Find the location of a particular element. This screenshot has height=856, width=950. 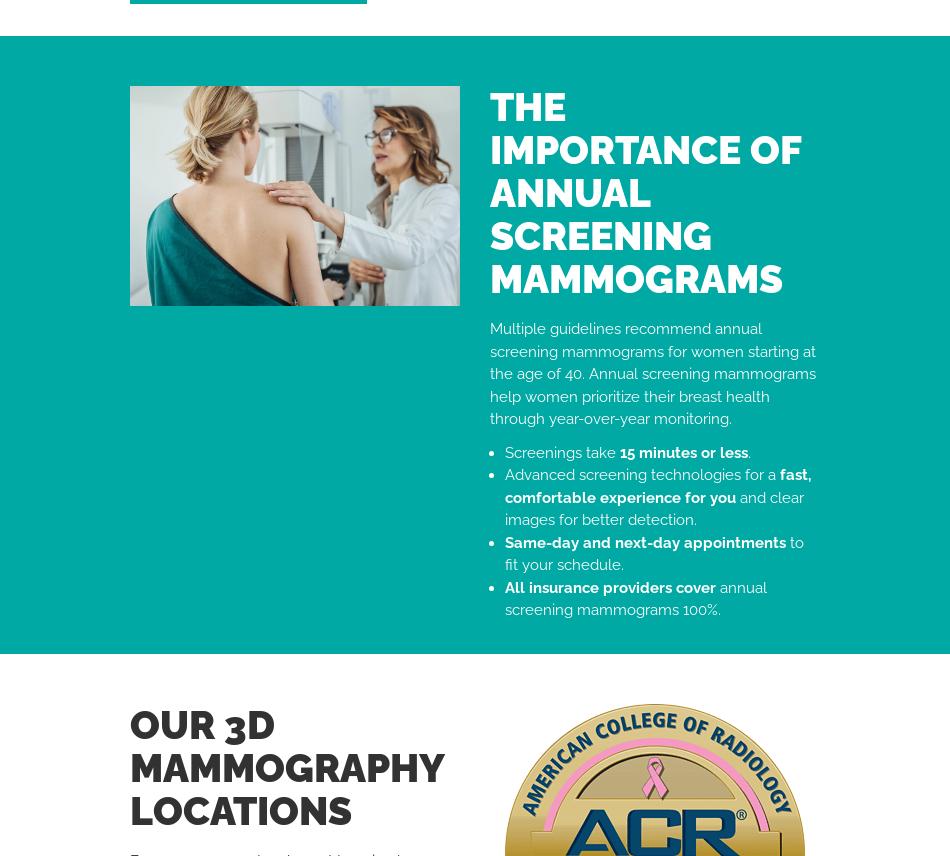

'Our 3D Mammography Locations' is located at coordinates (285, 765).